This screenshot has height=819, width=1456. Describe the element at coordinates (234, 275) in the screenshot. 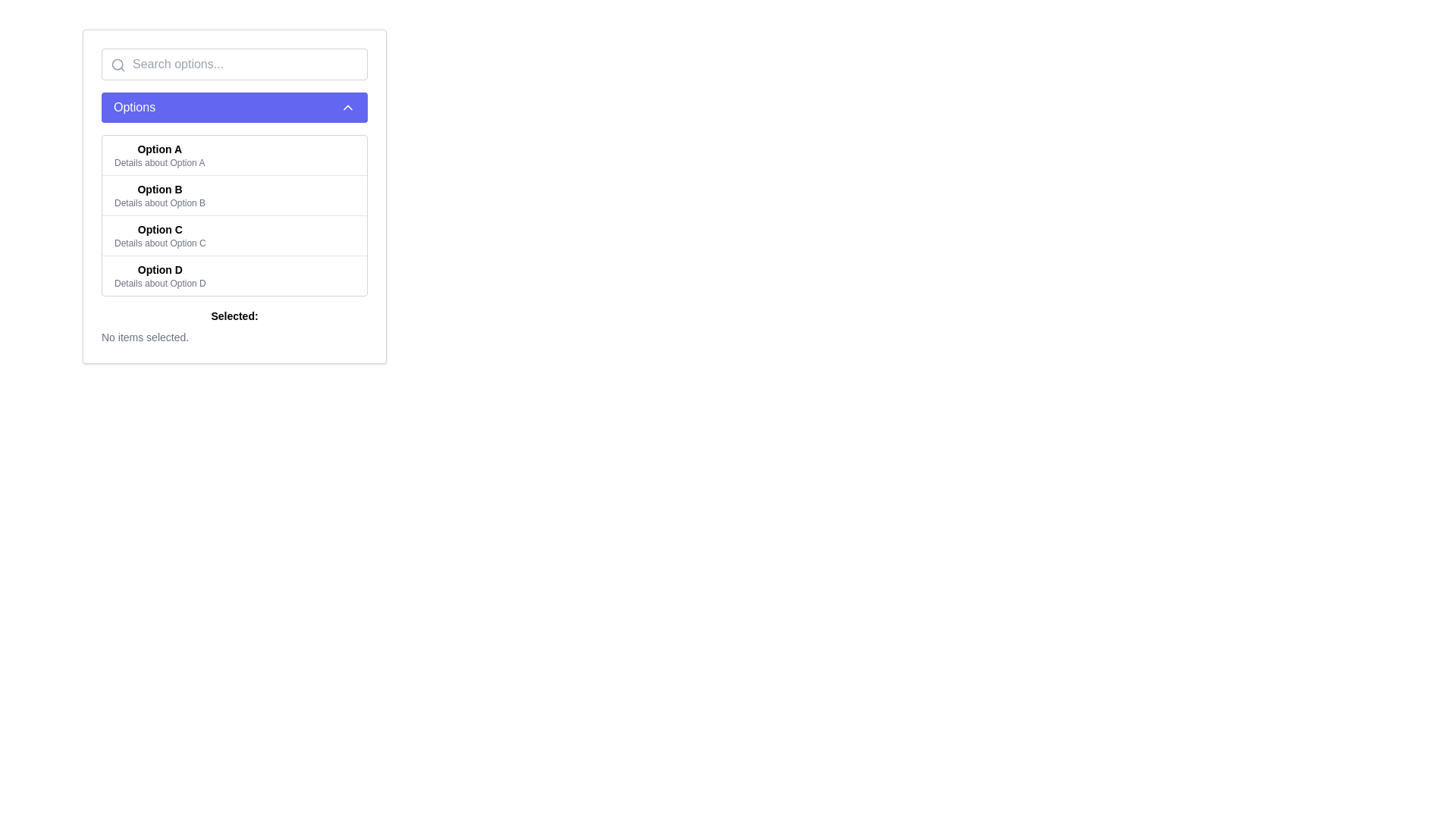

I see `the selectable option labeled 'Option D' which is the fourth item in the list` at that location.